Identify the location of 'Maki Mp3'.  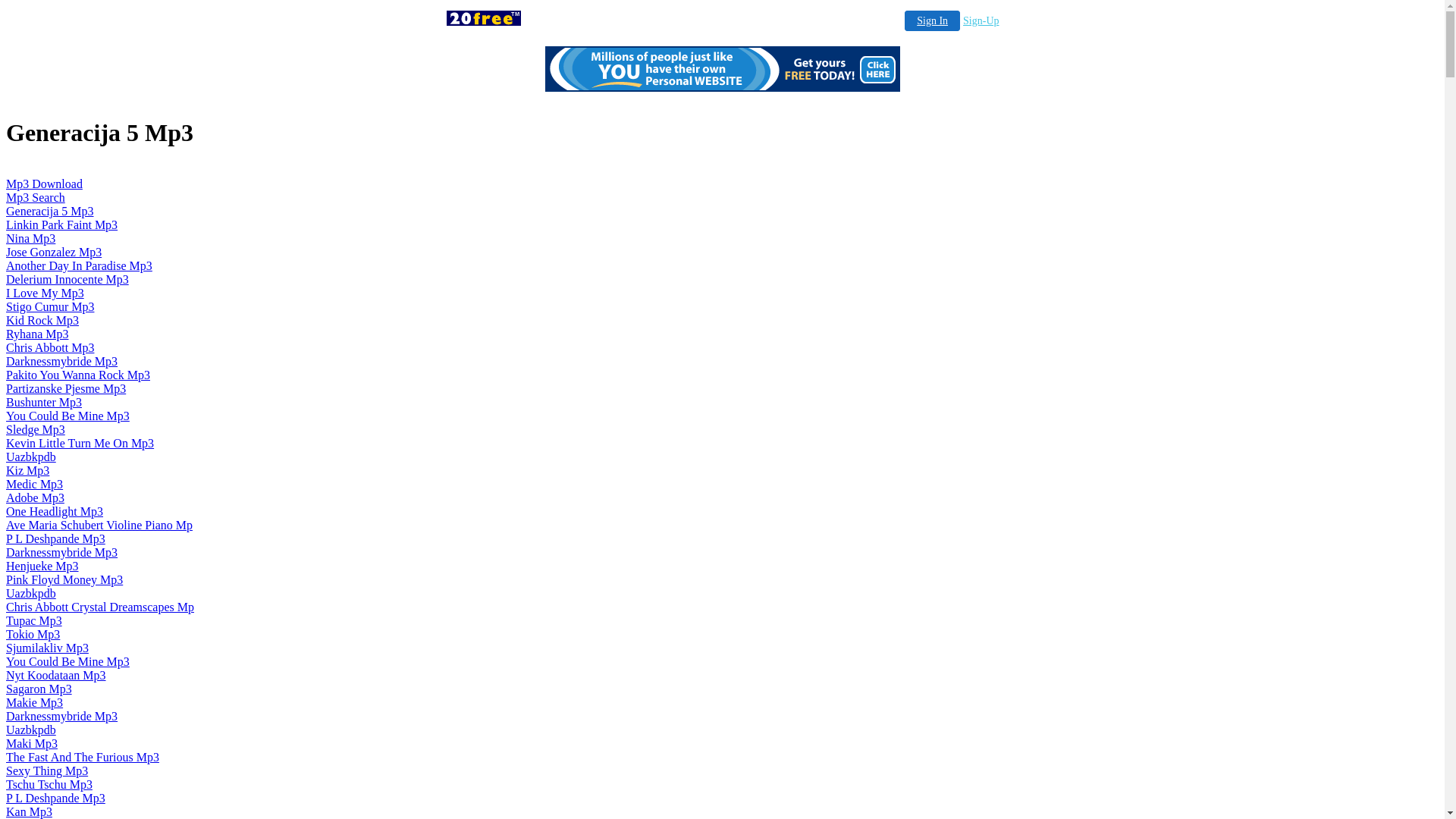
(32, 742).